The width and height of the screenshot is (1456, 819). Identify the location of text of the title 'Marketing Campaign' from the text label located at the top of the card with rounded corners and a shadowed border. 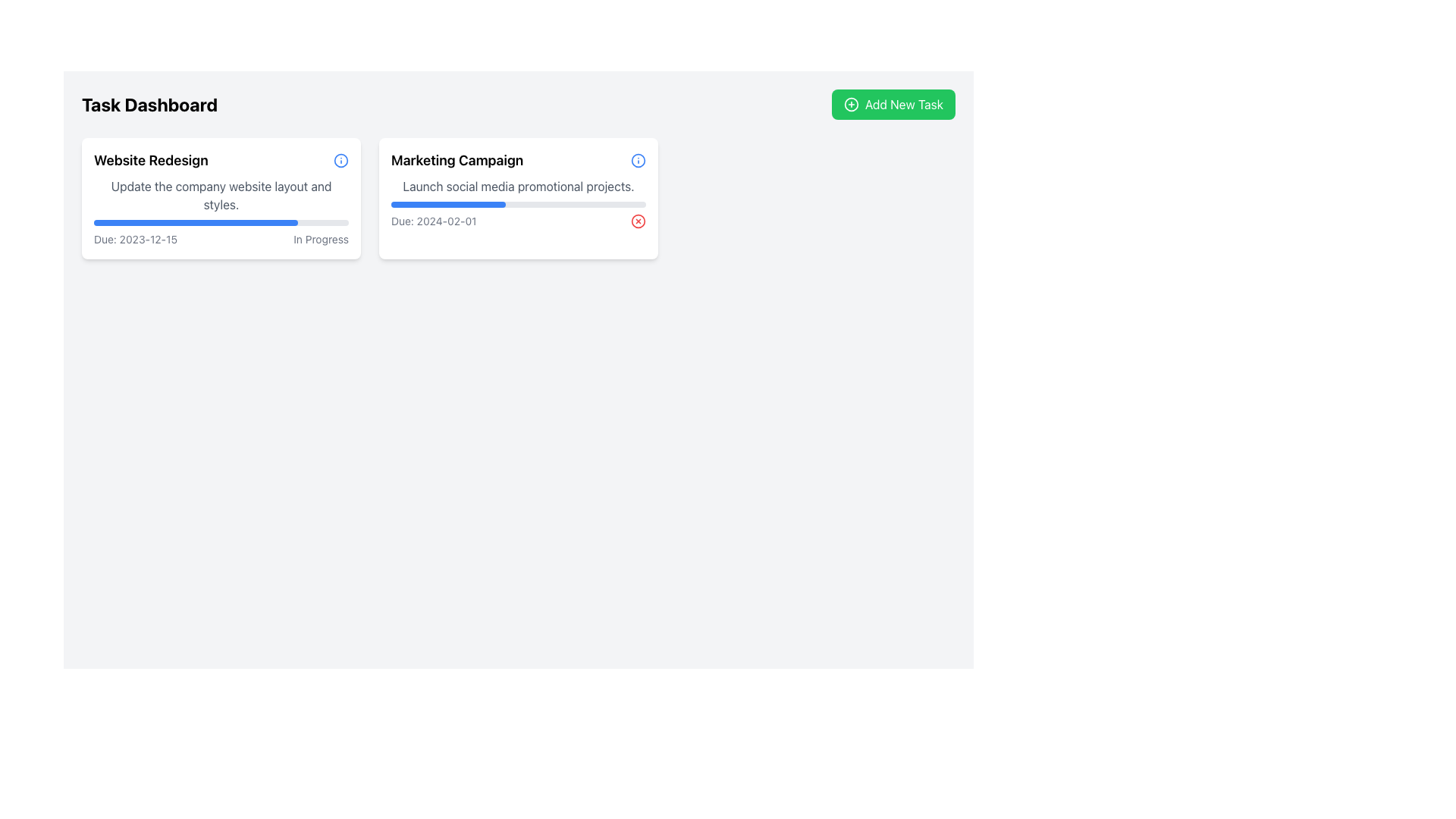
(519, 161).